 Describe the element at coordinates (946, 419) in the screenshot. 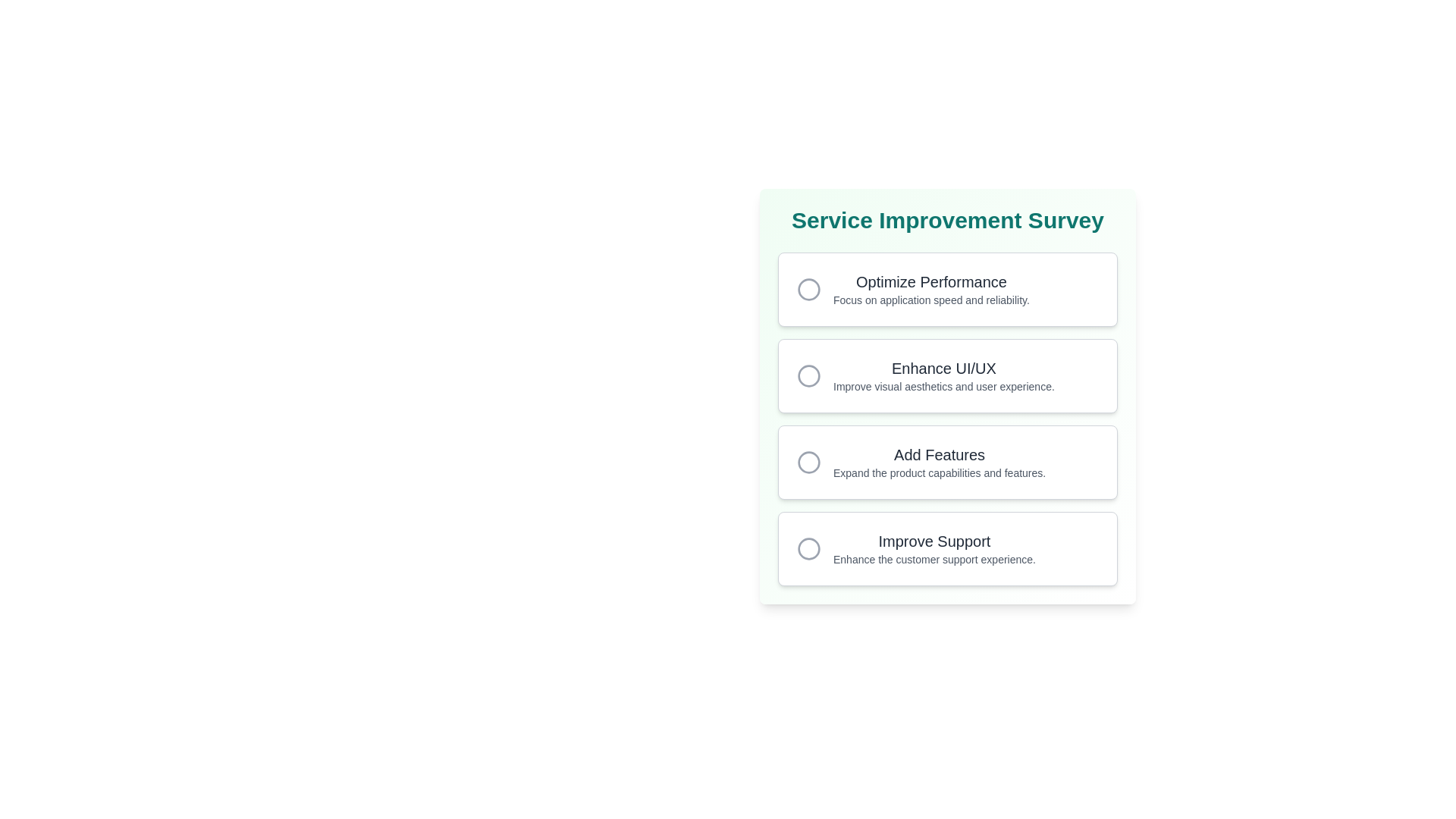

I see `the second option titled 'Enhance UI/UX' in the interactive list of the 'Service Improvement Survey'` at that location.